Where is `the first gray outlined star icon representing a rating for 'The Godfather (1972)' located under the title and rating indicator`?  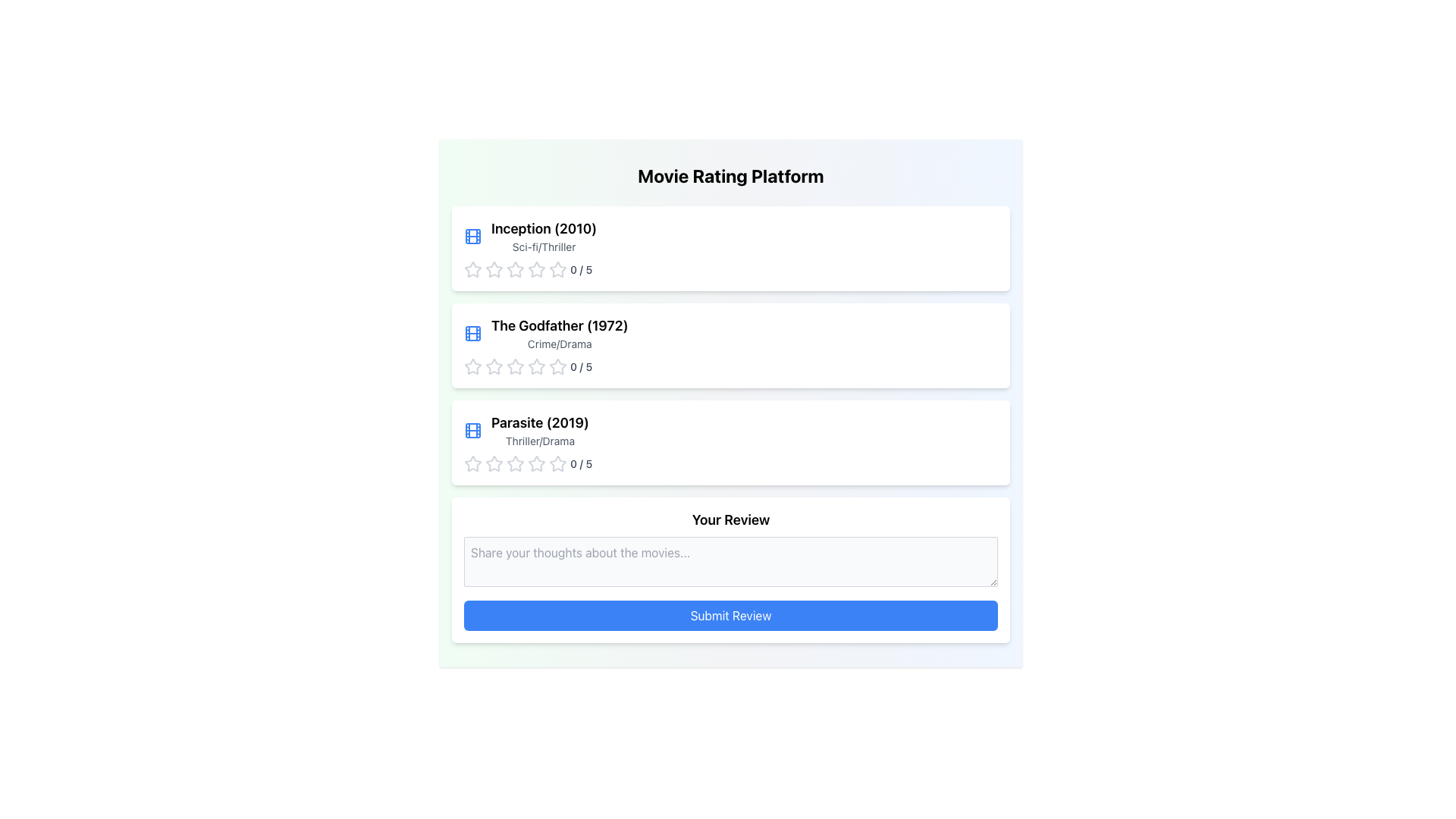
the first gray outlined star icon representing a rating for 'The Godfather (1972)' located under the title and rating indicator is located at coordinates (472, 366).